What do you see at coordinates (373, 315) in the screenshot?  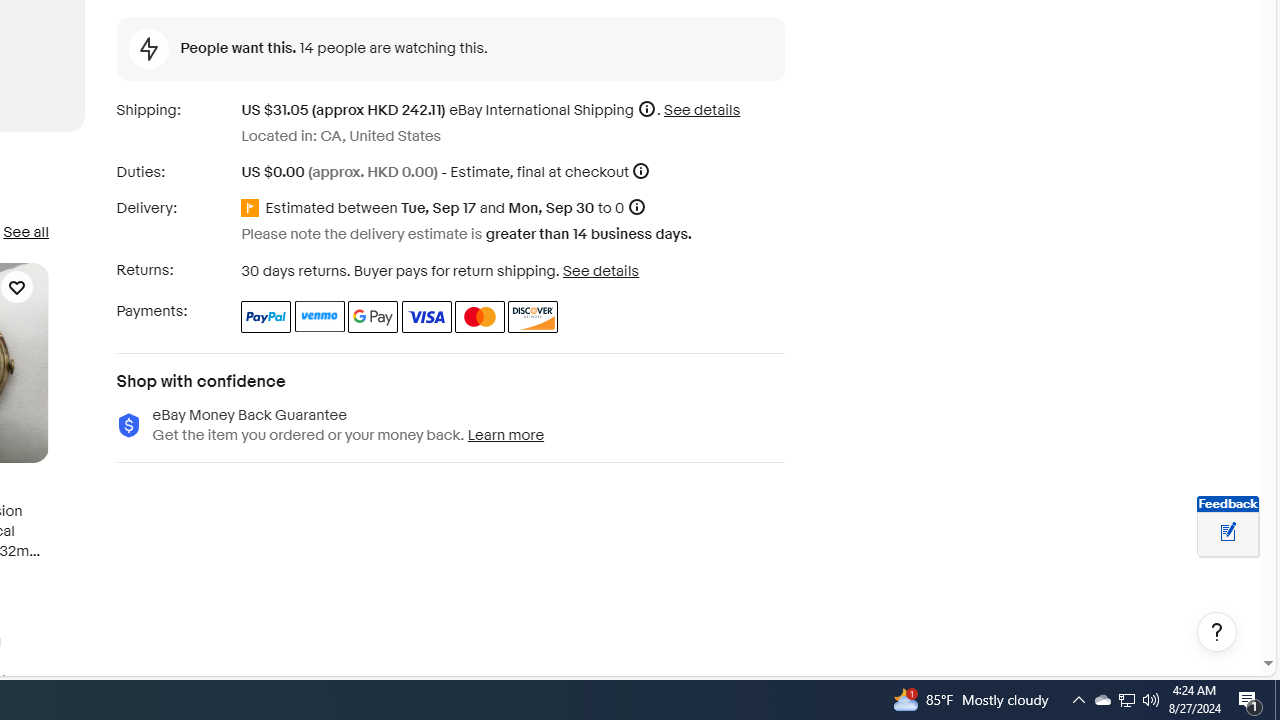 I see `'Google Pay'` at bounding box center [373, 315].